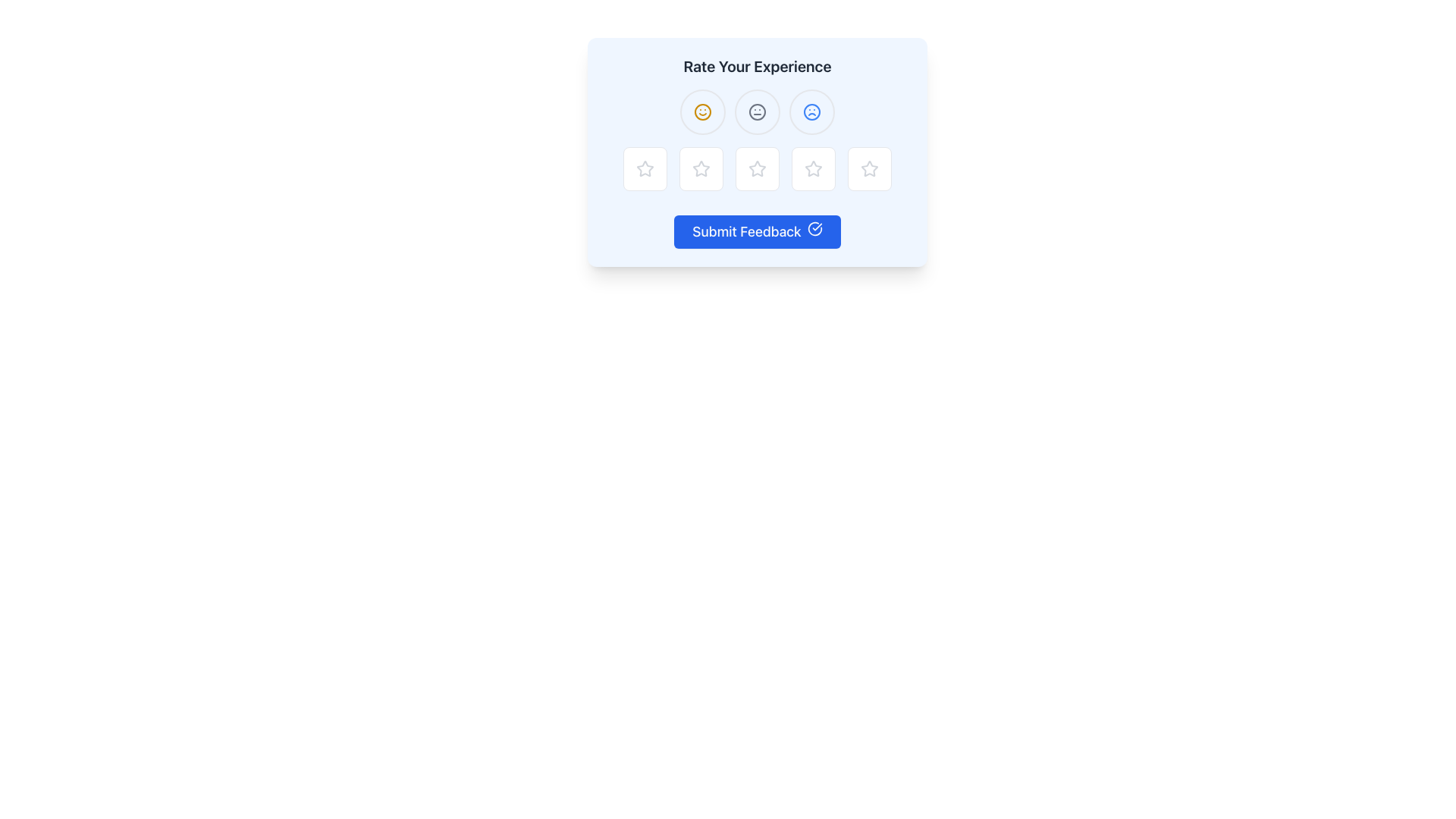 The width and height of the screenshot is (1456, 819). Describe the element at coordinates (757, 225) in the screenshot. I see `the 'Submit Feedback' button with a blue background and rounded corners` at that location.